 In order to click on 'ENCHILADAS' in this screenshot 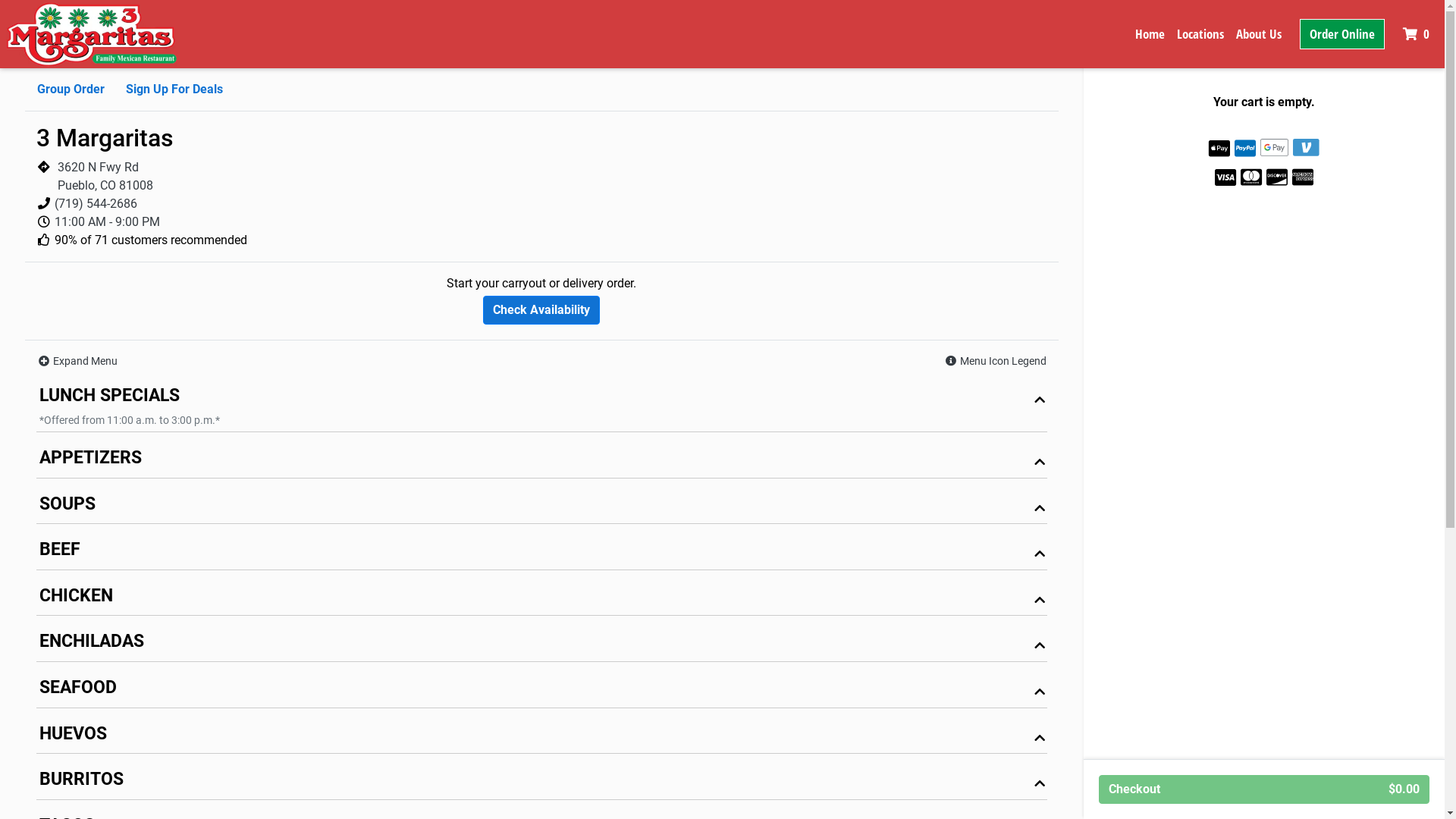, I will do `click(541, 645)`.